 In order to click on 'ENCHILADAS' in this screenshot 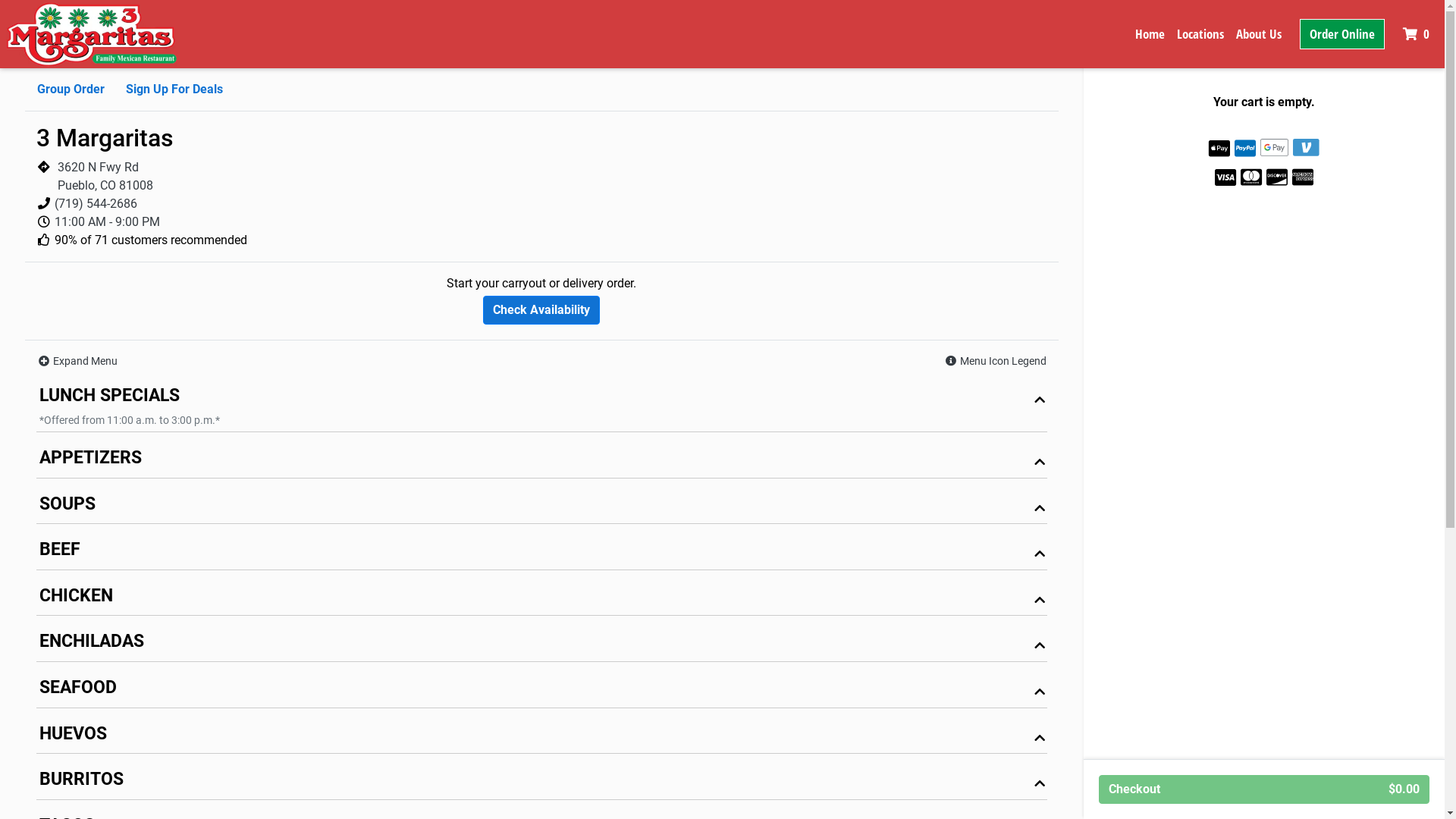, I will do `click(541, 645)`.